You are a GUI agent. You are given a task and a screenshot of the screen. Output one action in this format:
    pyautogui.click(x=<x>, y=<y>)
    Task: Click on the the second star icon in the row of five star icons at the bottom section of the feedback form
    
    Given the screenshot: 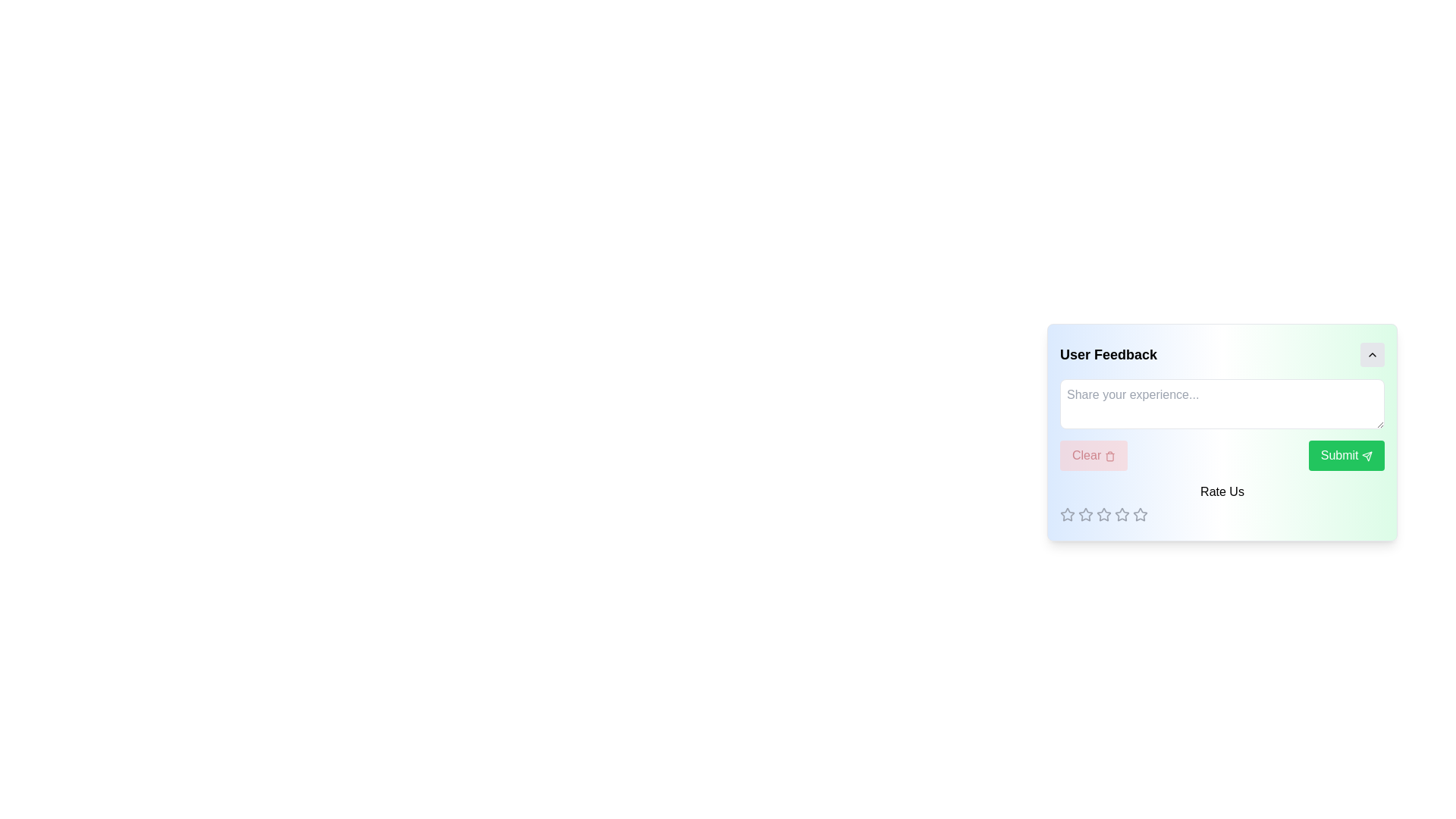 What is the action you would take?
    pyautogui.click(x=1084, y=513)
    